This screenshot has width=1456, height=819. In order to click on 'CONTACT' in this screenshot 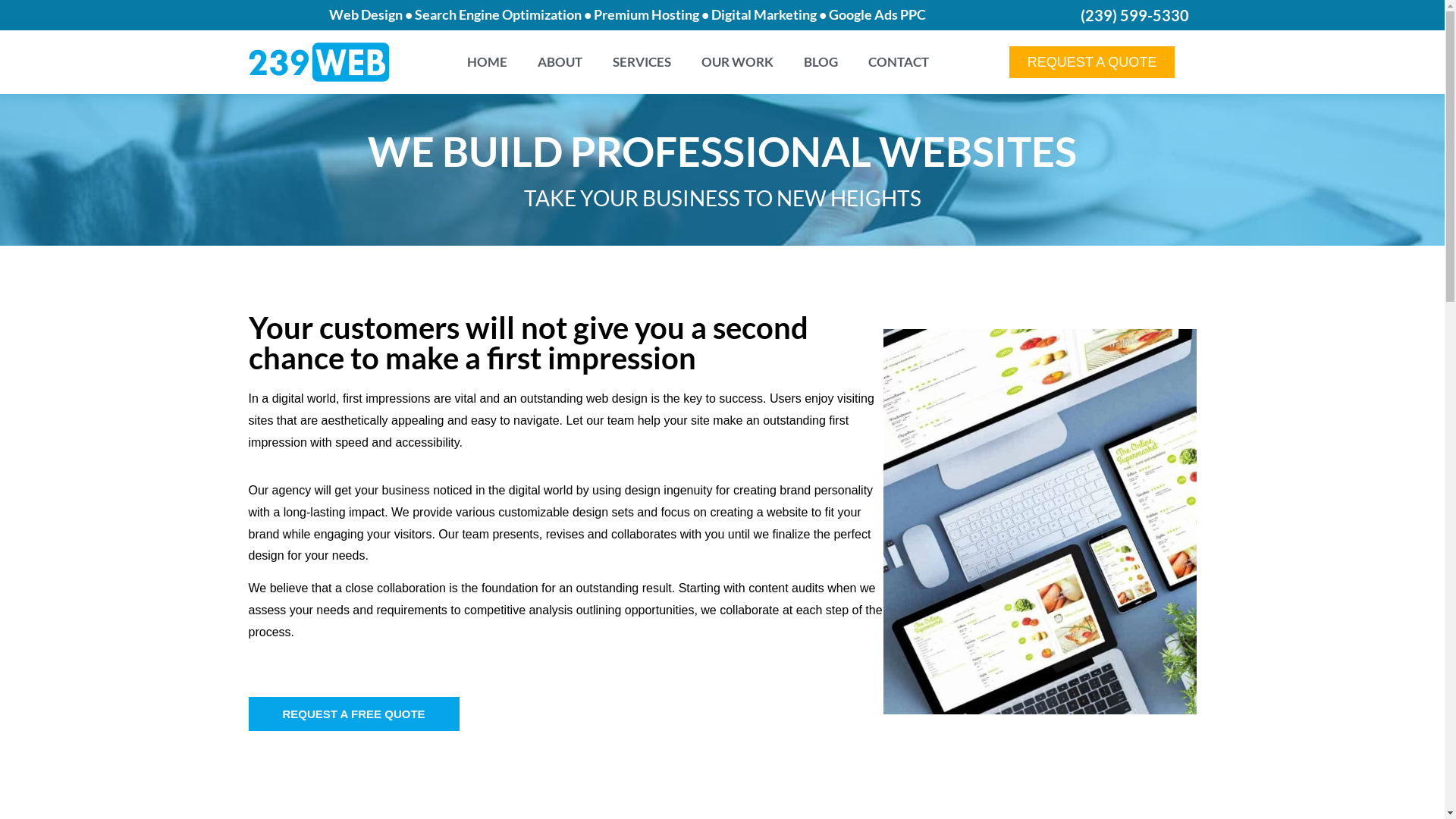, I will do `click(899, 61)`.